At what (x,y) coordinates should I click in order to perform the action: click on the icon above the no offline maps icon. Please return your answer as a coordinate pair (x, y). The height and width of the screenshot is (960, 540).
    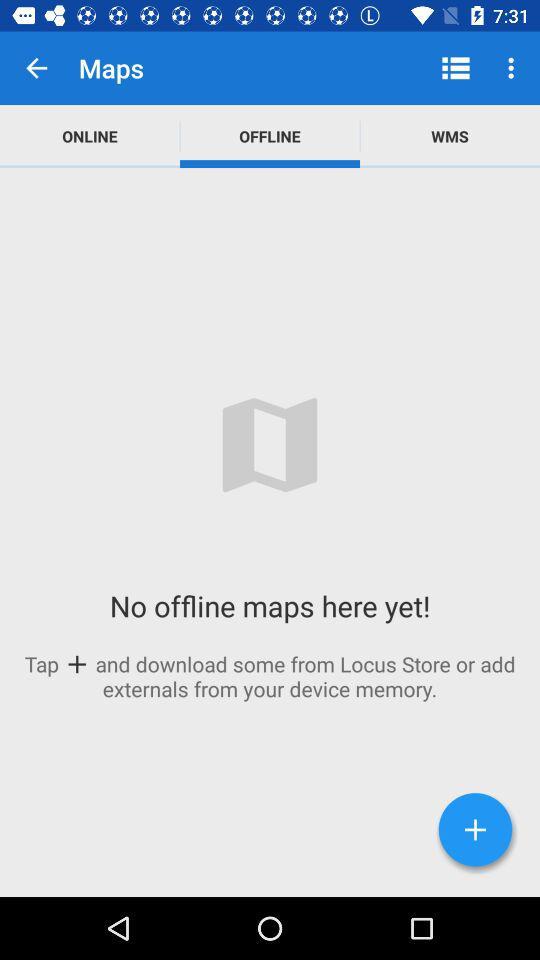
    Looking at the image, I should click on (449, 135).